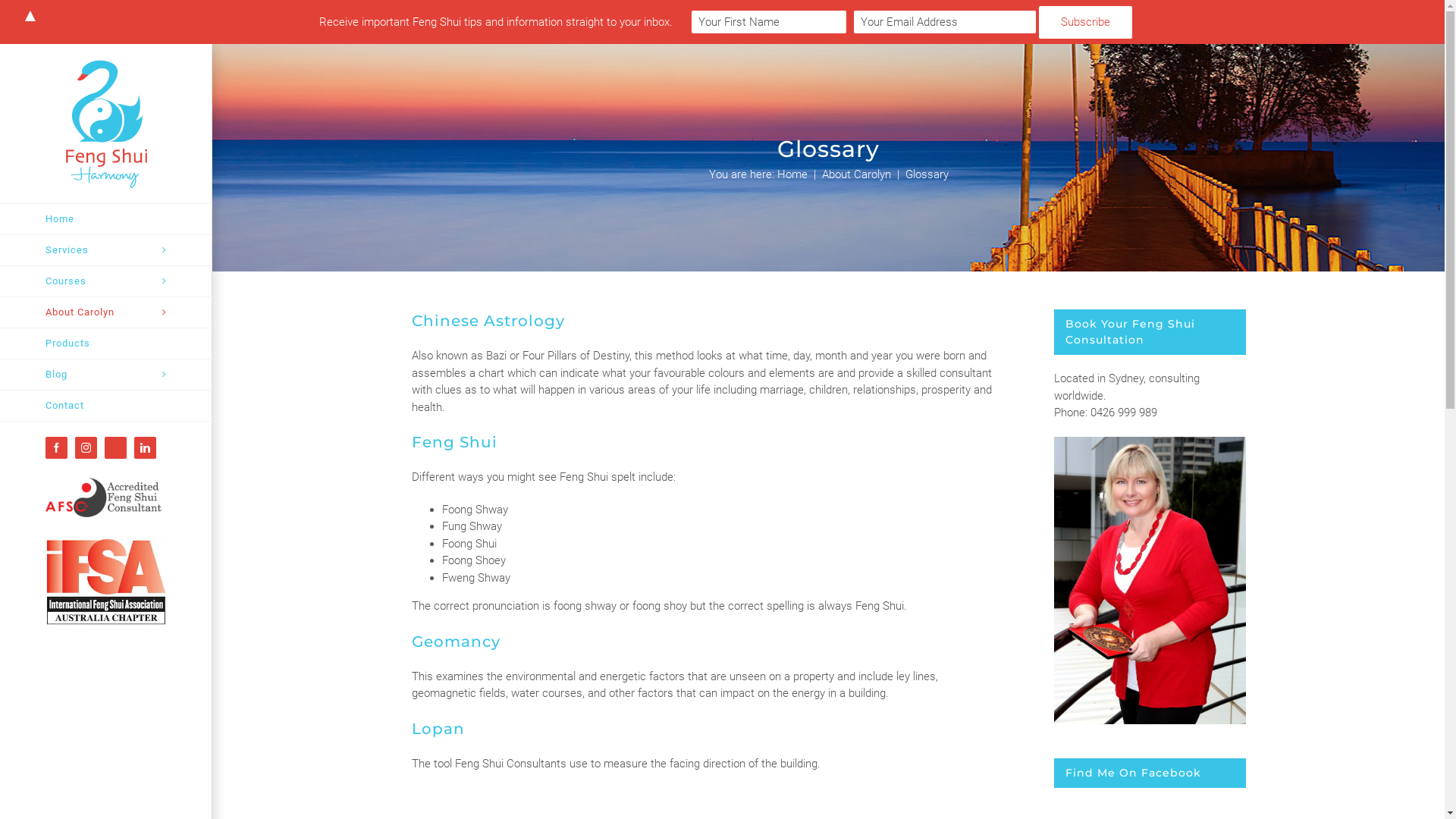  I want to click on 'Twitter', so click(115, 447).